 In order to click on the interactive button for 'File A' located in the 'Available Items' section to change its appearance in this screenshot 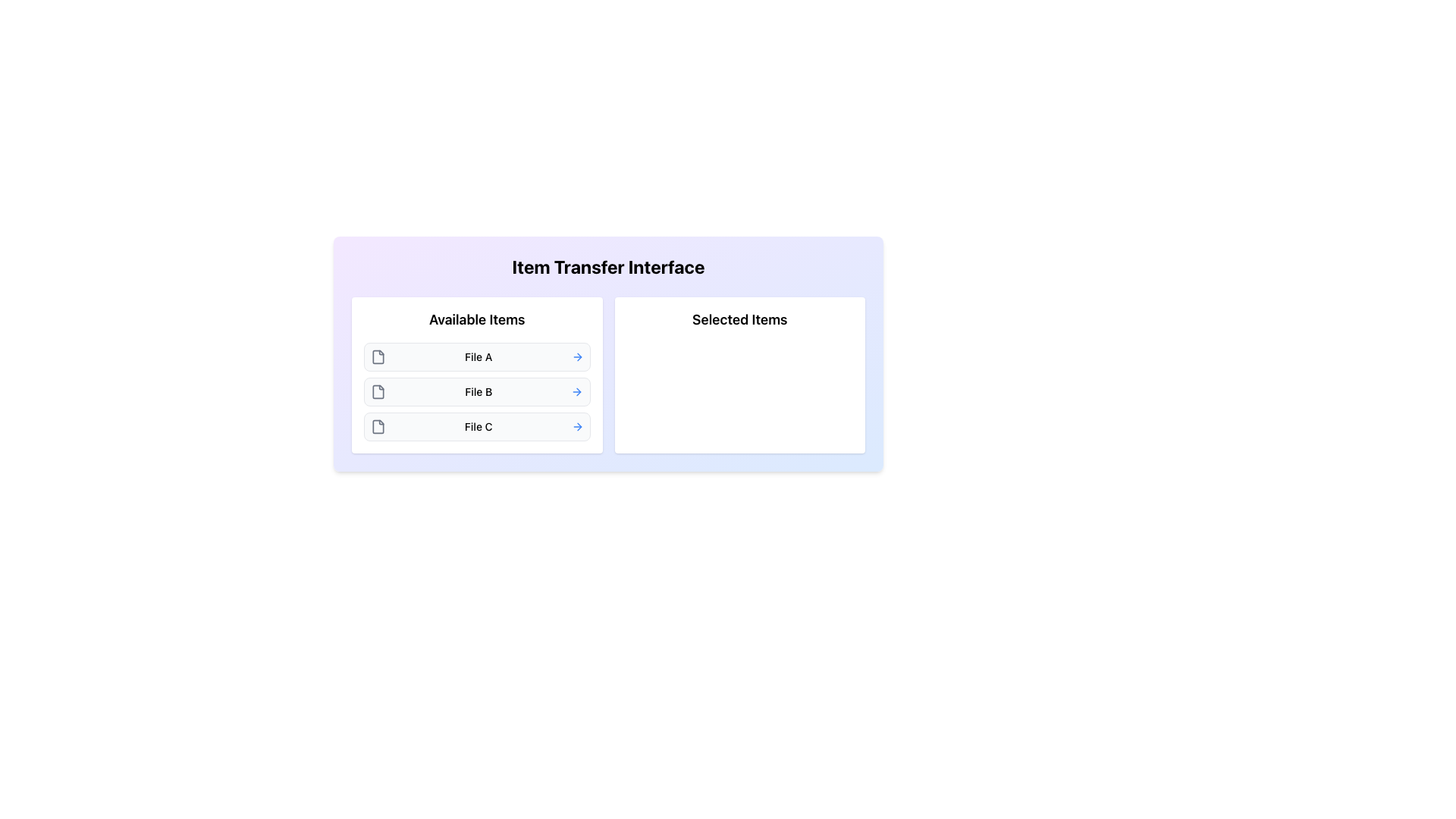, I will do `click(576, 356)`.